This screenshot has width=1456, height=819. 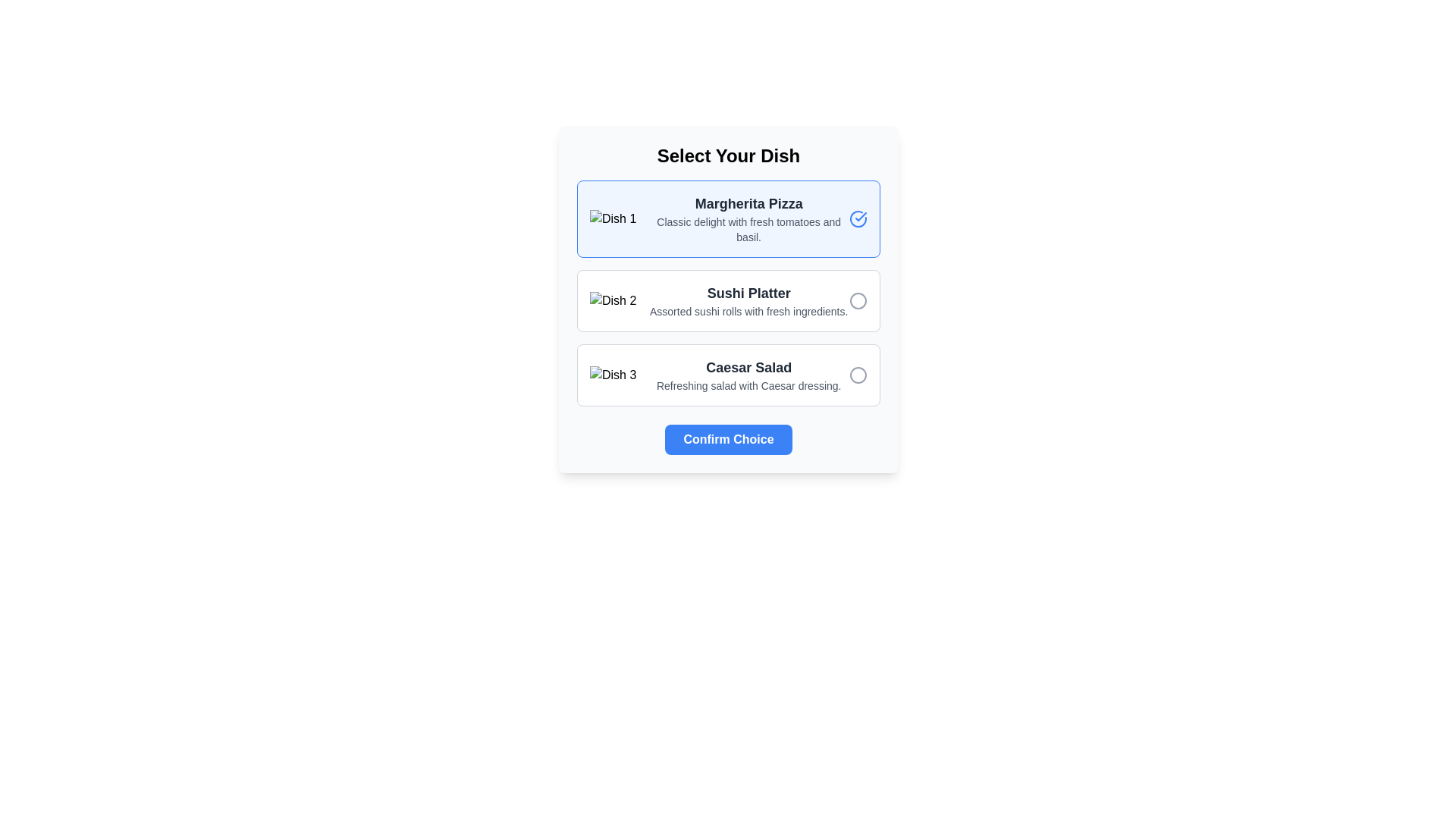 What do you see at coordinates (748, 368) in the screenshot?
I see `the text label displaying 'Caesar Salad', which serves as the title for the associated dish option in the third position of the selectable dish list` at bounding box center [748, 368].